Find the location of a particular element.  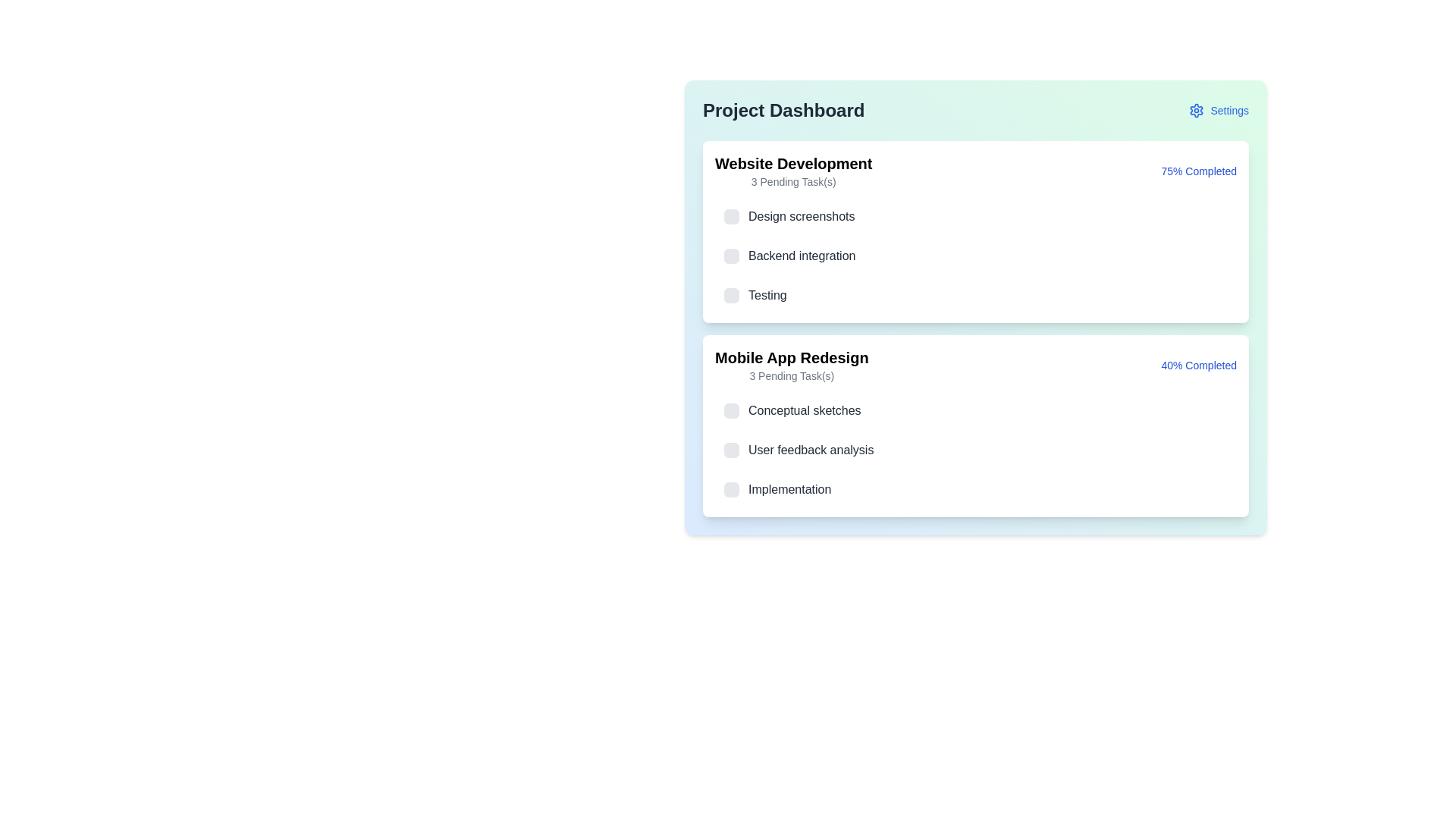

the checkbox of the first task item under the 'Mobile App Redesign' section to mark the task as complete is located at coordinates (975, 411).